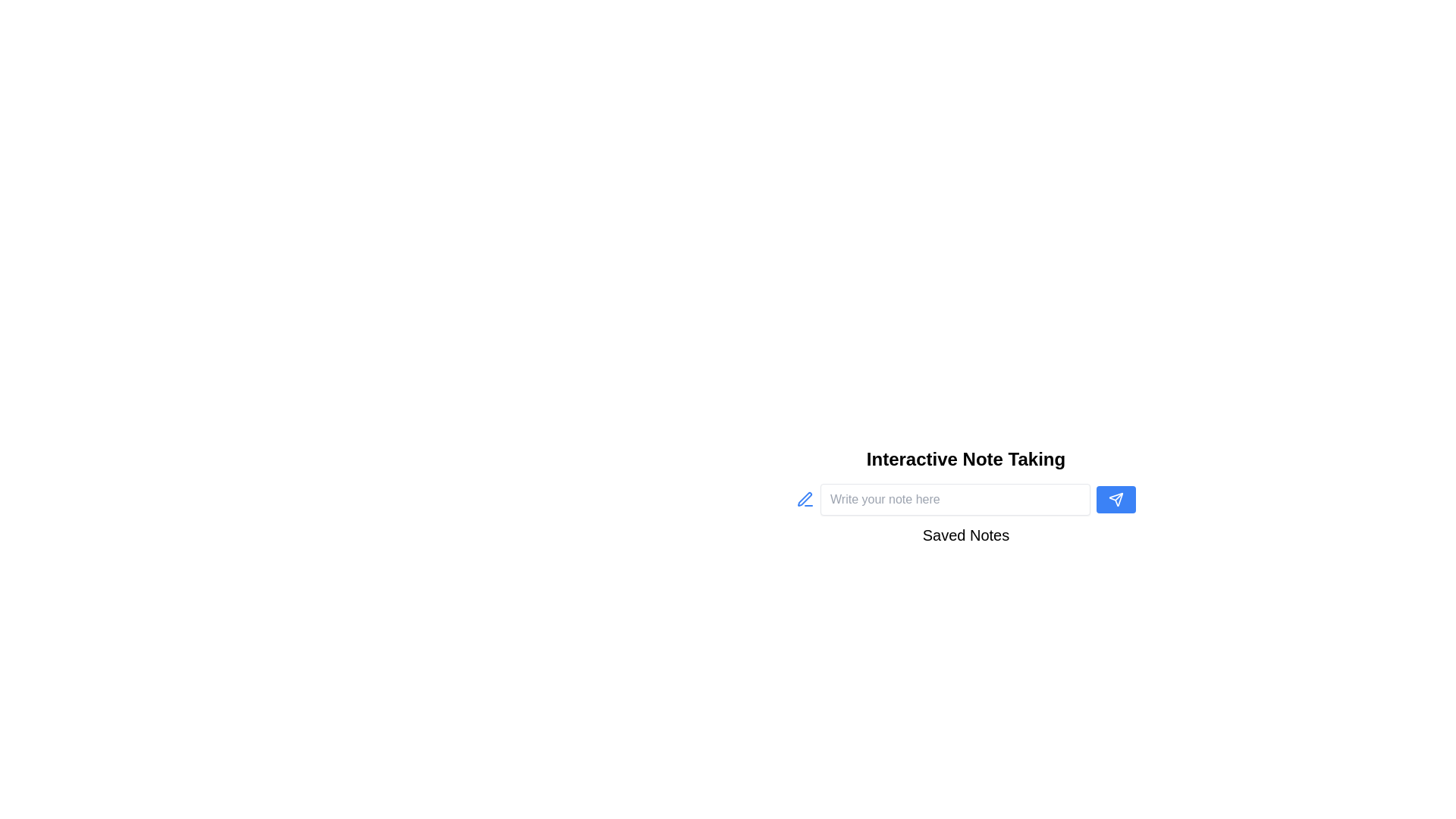 The height and width of the screenshot is (819, 1456). What do you see at coordinates (1116, 500) in the screenshot?
I see `the icon within the 'Send' button, which is located directly to the right of the text input field in the note-taking interface` at bounding box center [1116, 500].